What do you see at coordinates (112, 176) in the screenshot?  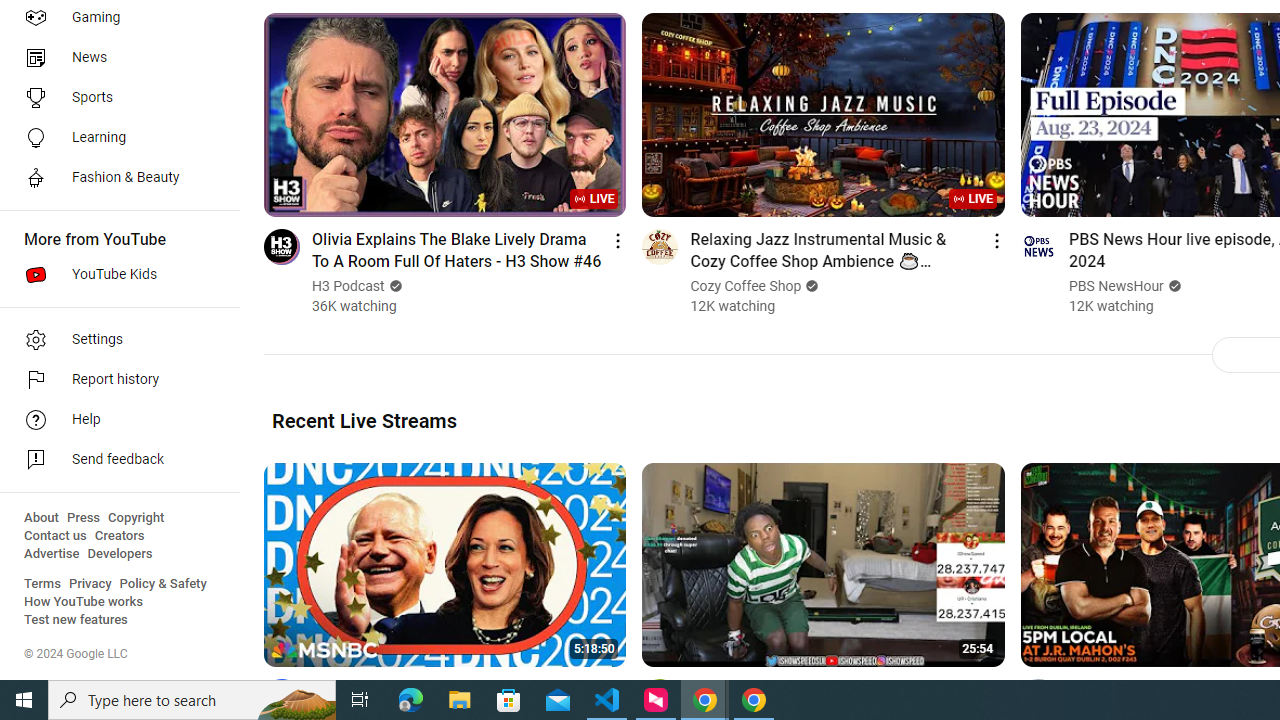 I see `'Fashion & Beauty'` at bounding box center [112, 176].